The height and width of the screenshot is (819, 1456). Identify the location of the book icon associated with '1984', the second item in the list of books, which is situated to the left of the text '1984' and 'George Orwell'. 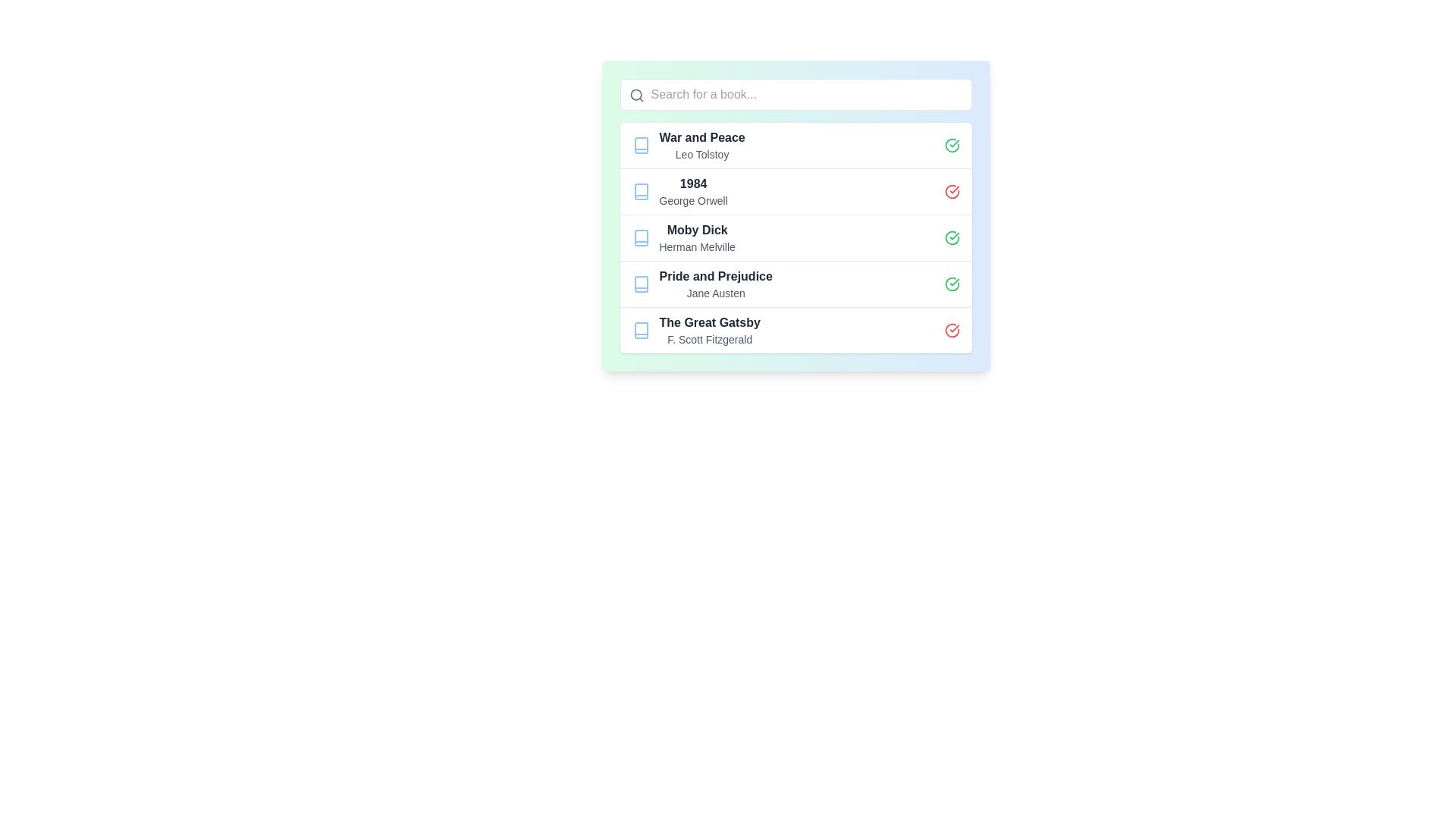
(641, 191).